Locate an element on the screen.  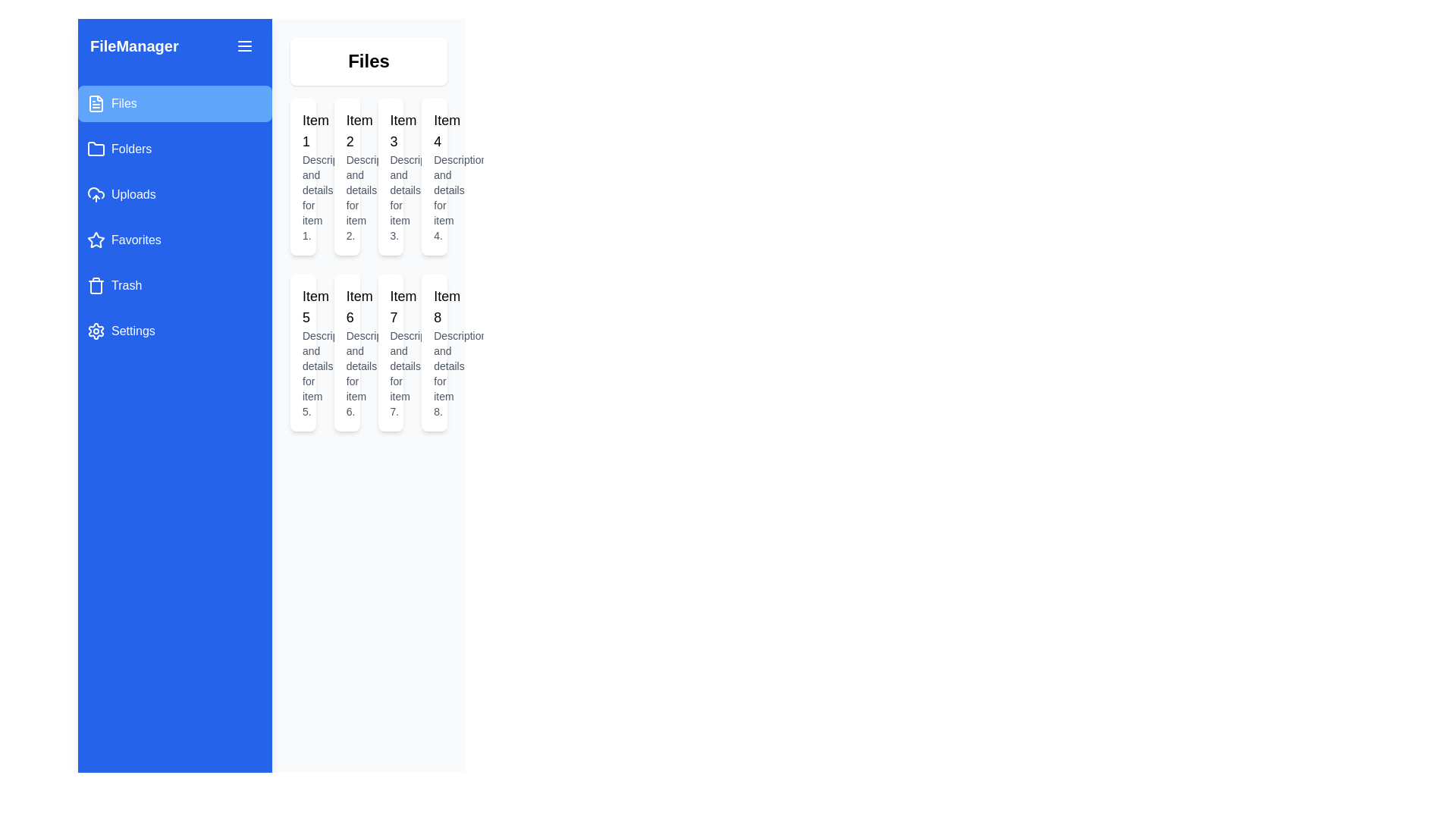
the 'Files' menu icon, which is styled as a document with text lines and is set against a blue background in the sidebar is located at coordinates (95, 103).